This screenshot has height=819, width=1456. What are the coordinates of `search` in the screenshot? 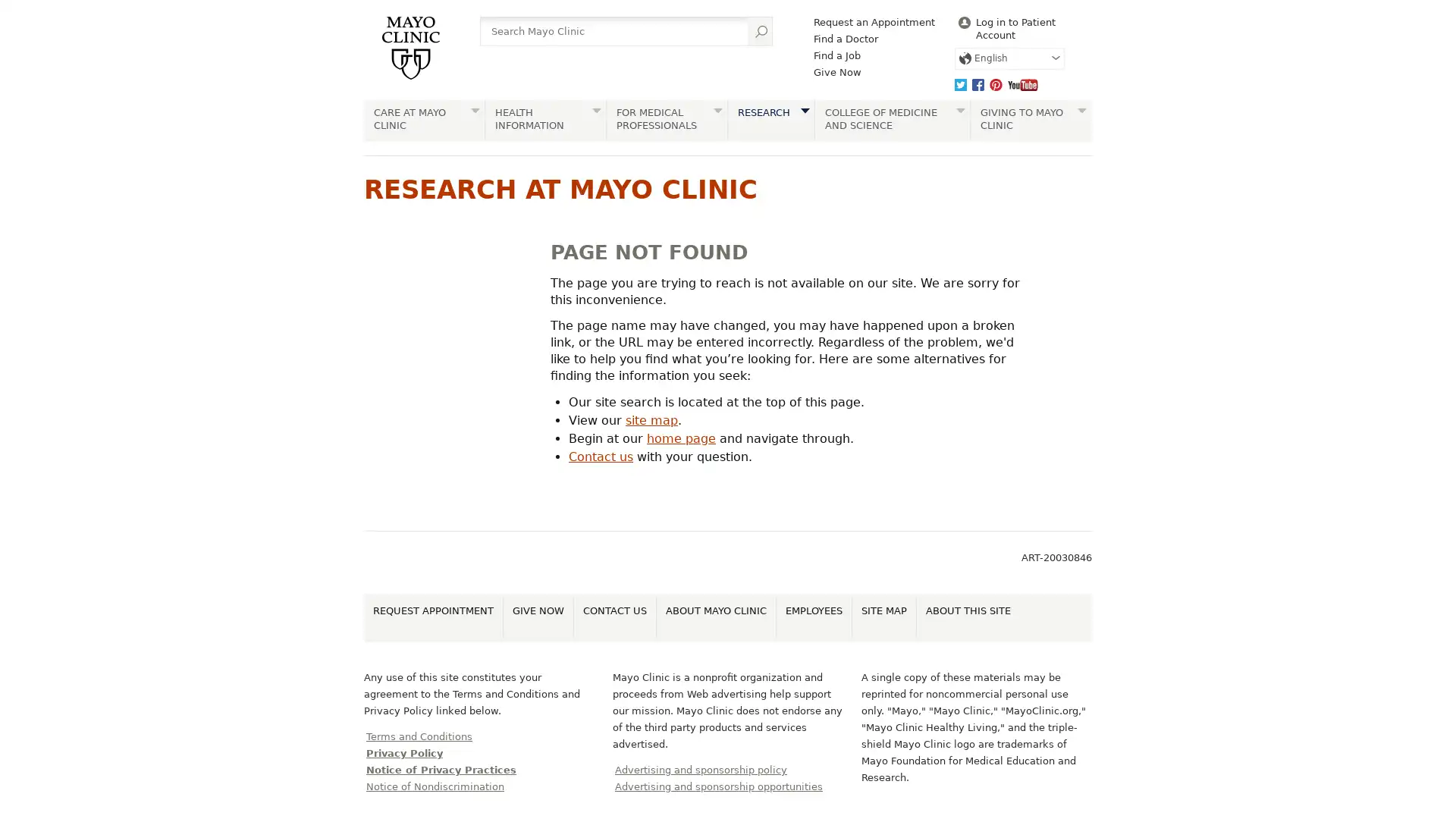 It's located at (760, 31).